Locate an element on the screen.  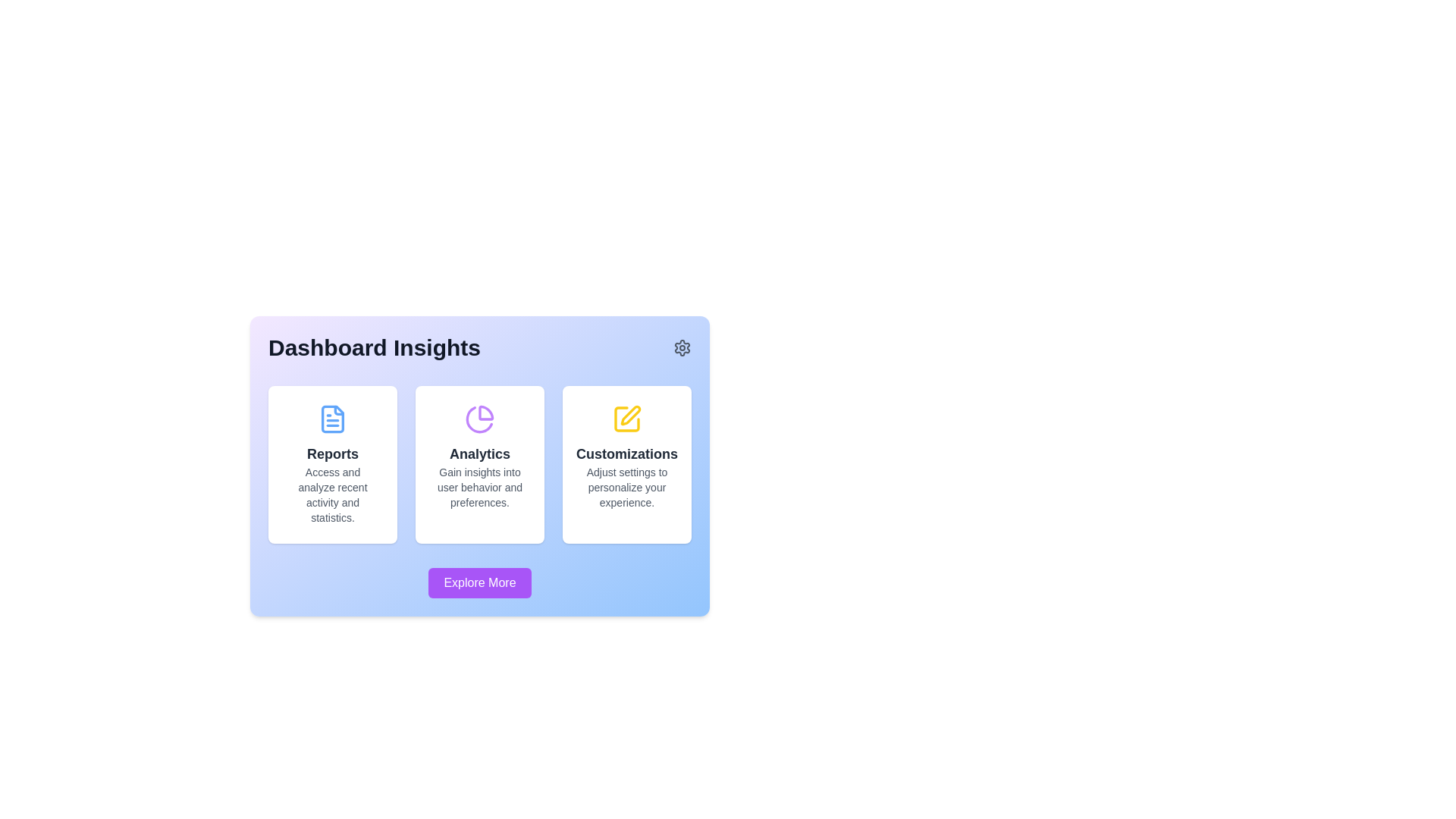
the text label displaying 'Gain insights into user behavior and preferences.' located beneath the 'Analytics' title in the Analytics section is located at coordinates (479, 488).